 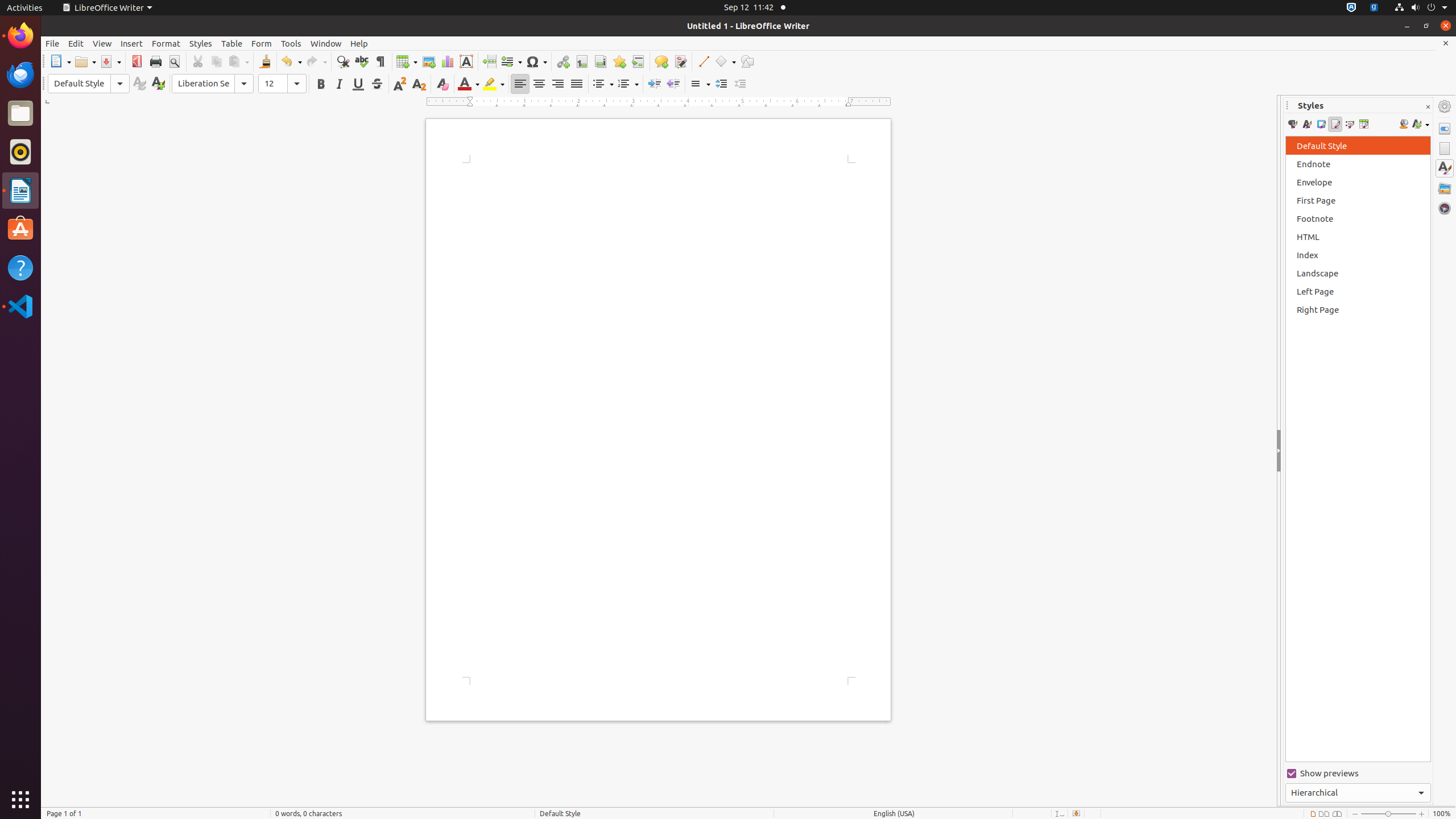 I want to click on 'Fill Format Mode', so click(x=1403, y=124).